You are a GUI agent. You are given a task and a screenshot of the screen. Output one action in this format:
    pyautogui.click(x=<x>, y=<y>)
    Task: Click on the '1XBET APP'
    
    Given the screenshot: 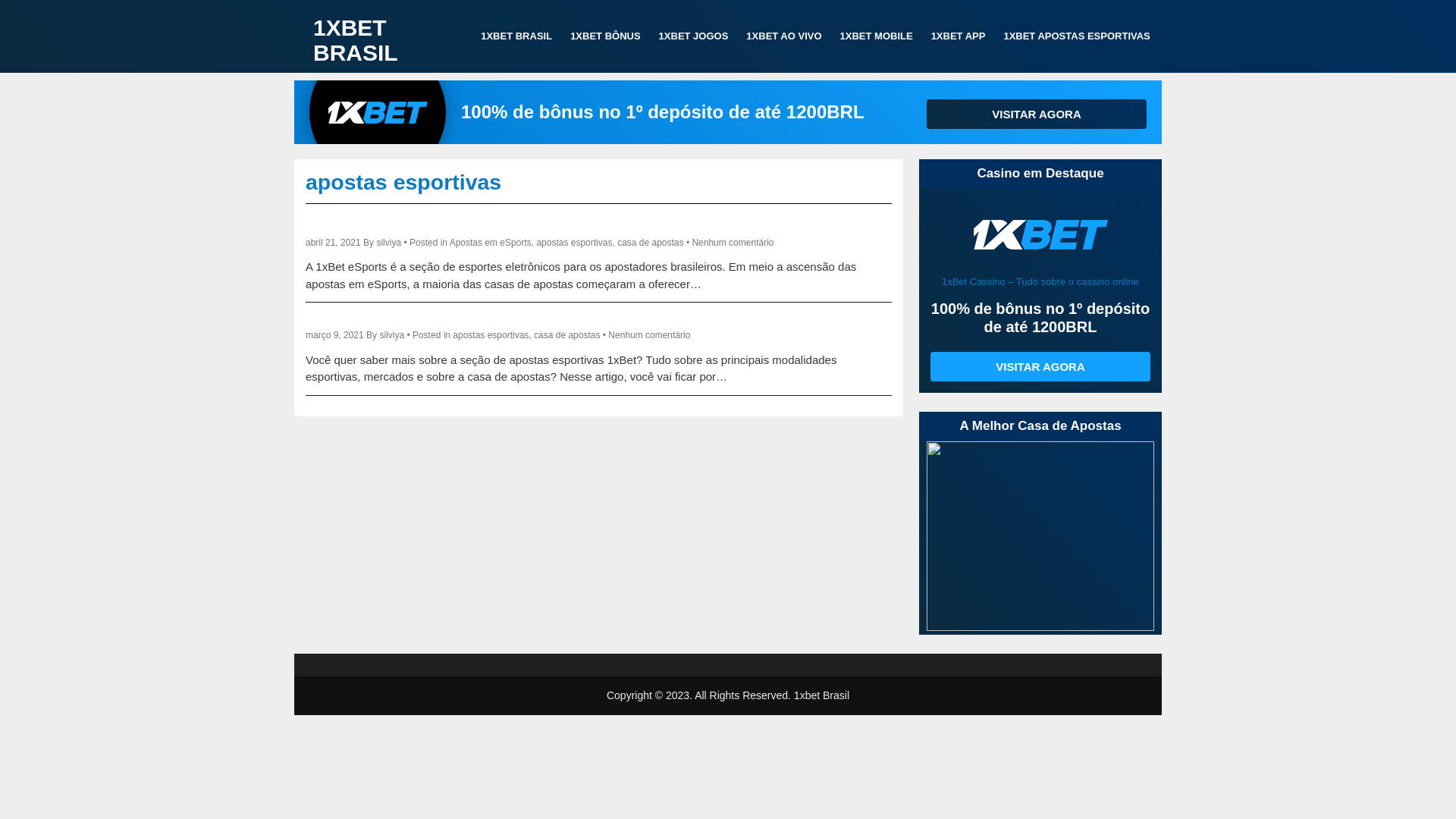 What is the action you would take?
    pyautogui.click(x=957, y=35)
    